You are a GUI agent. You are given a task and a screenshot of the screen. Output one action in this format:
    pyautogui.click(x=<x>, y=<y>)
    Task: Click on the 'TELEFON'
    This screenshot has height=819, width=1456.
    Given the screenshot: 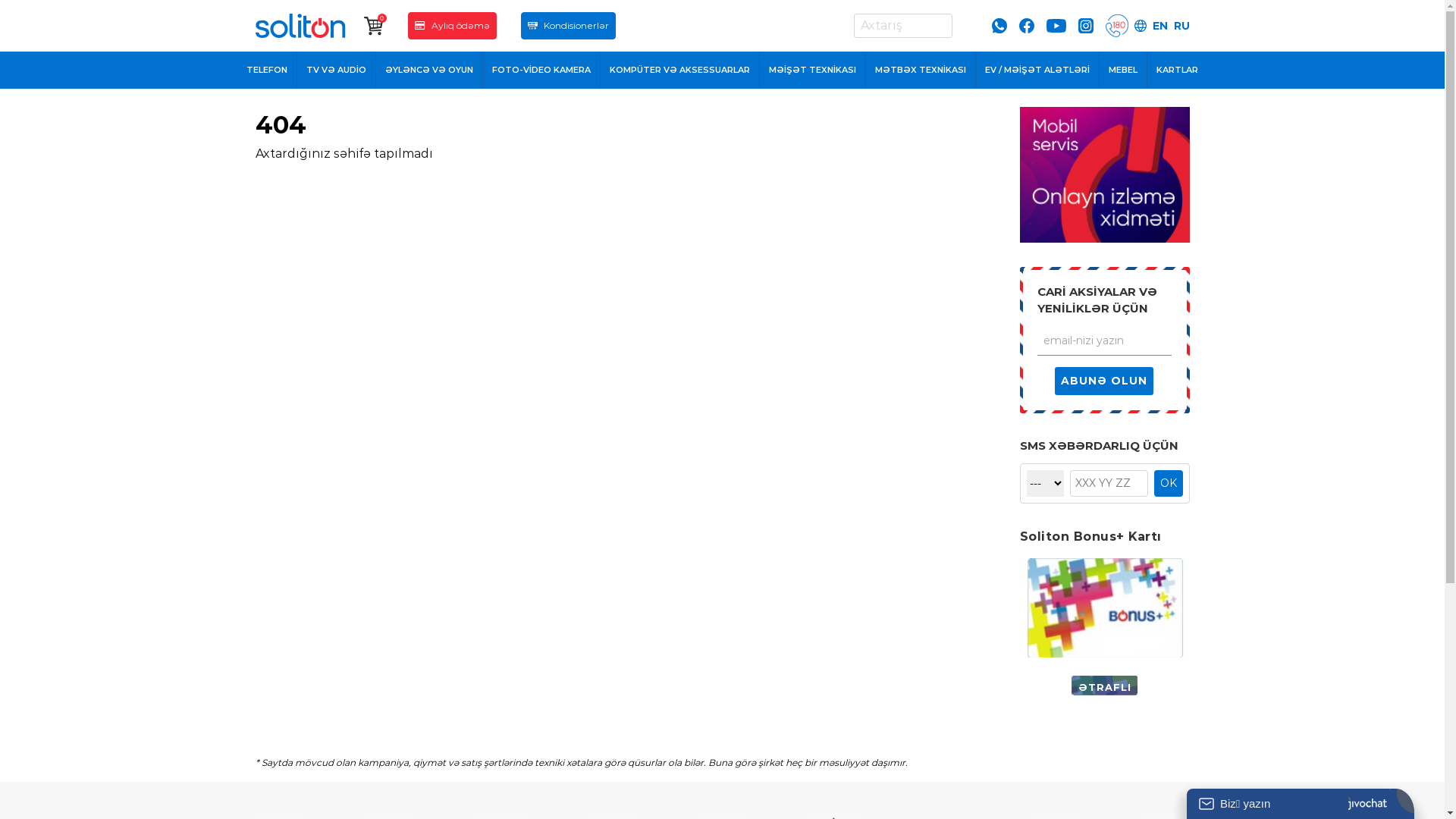 What is the action you would take?
    pyautogui.click(x=267, y=70)
    